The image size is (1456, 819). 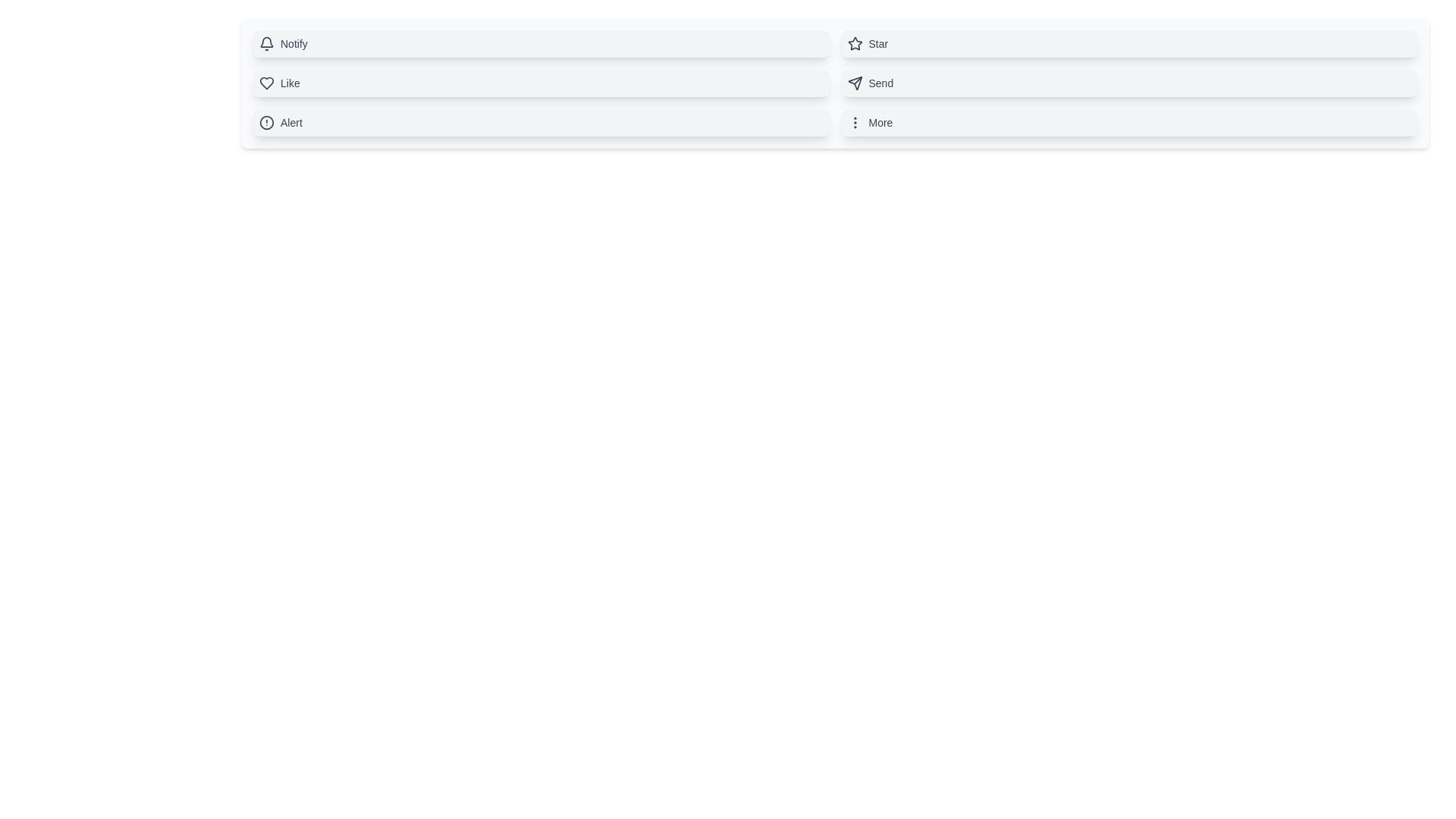 I want to click on the alert icon, which is a circular graphic with a stroke border, located as the third icon in the left pane below 'Notify' and 'Like', so click(x=266, y=122).